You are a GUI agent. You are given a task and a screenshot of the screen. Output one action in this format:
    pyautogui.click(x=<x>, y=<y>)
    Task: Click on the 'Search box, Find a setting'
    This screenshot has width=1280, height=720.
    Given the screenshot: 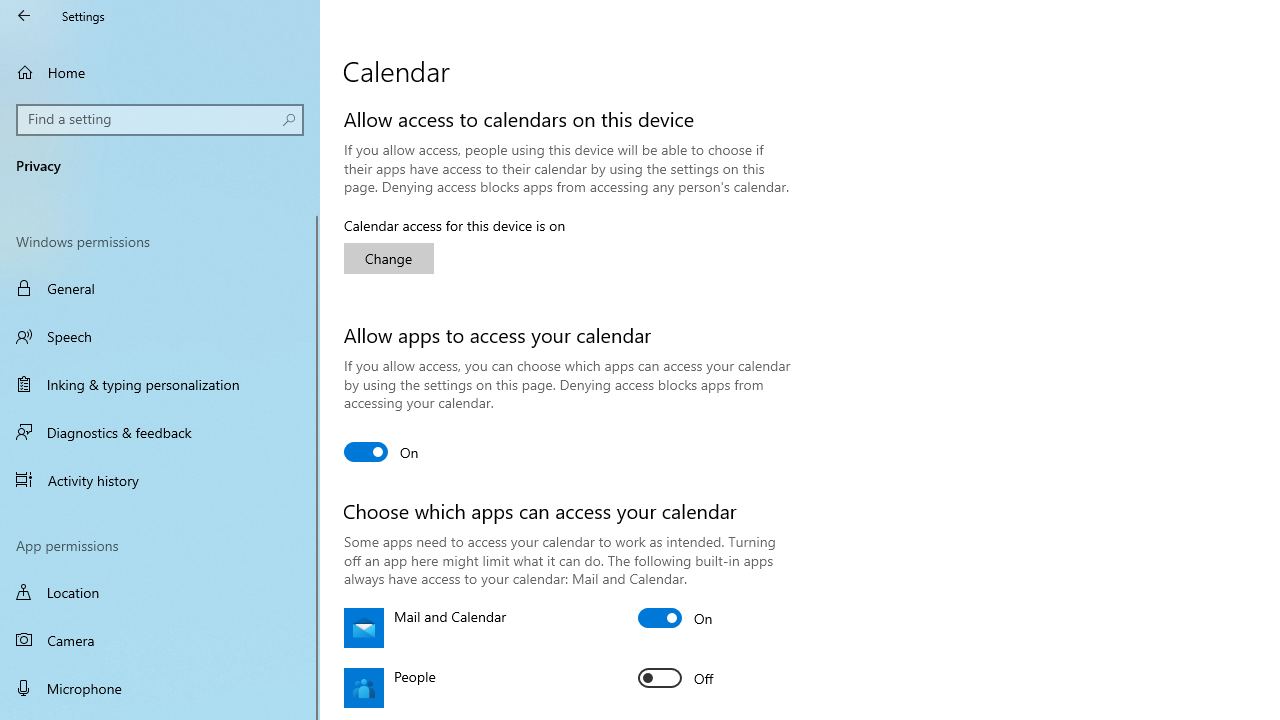 What is the action you would take?
    pyautogui.click(x=160, y=119)
    